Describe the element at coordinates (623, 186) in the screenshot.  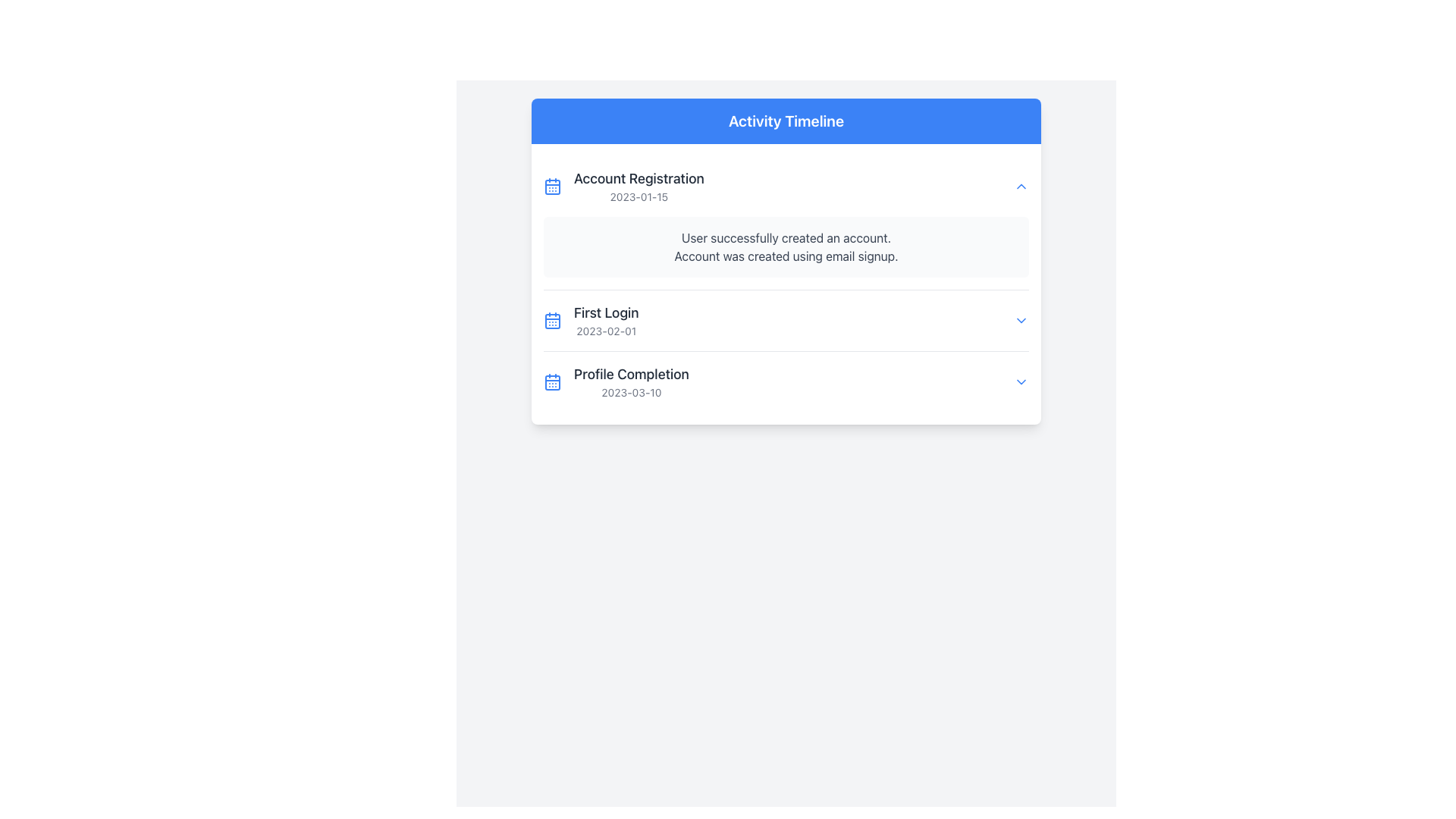
I see `the 'Account Registration' informational display element located within the 'Activity Timeline' panel, which features a blue calendar icon on the left and displays the date '2023-01-15' underneath the title` at that location.